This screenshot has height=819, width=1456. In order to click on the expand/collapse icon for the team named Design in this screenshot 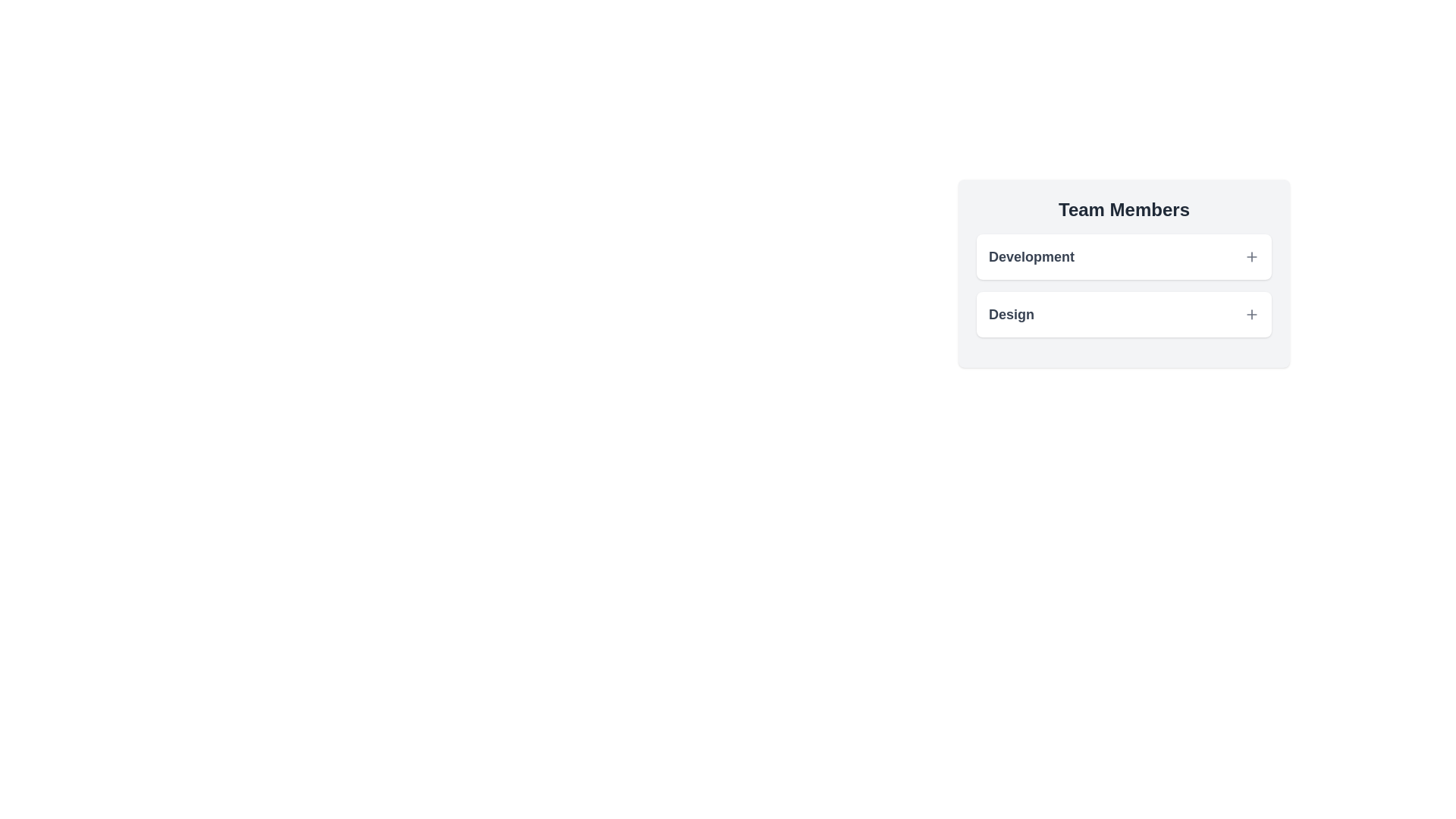, I will do `click(1252, 314)`.